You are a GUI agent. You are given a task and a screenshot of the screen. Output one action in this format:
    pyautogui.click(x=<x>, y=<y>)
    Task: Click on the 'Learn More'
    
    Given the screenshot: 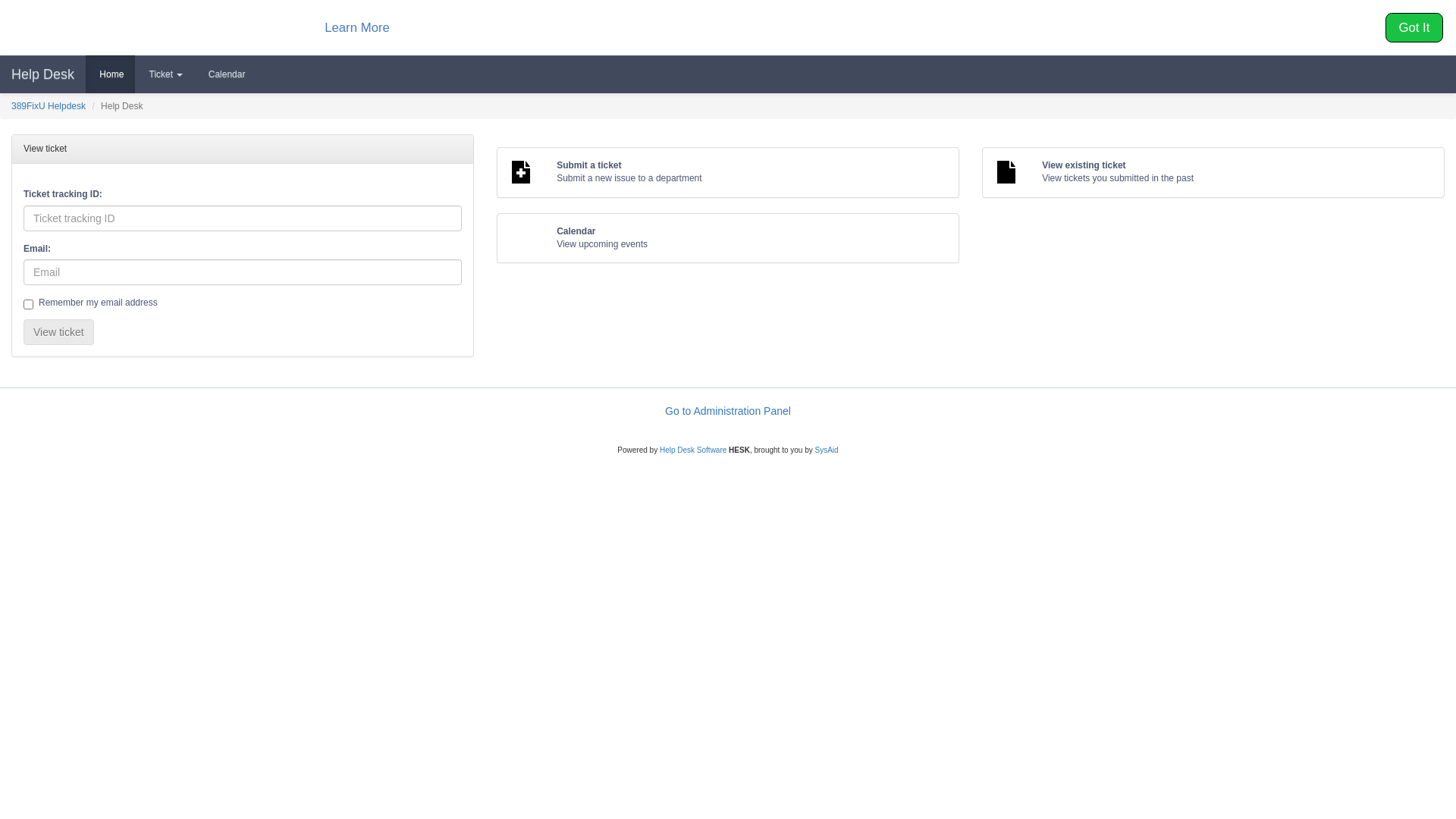 What is the action you would take?
    pyautogui.click(x=356, y=27)
    